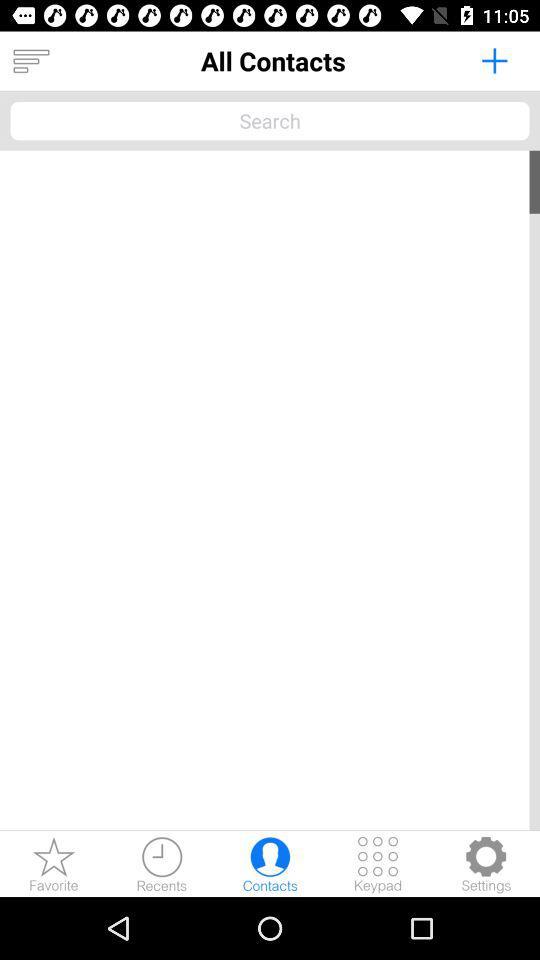 The height and width of the screenshot is (960, 540). What do you see at coordinates (378, 863) in the screenshot?
I see `use keypad` at bounding box center [378, 863].